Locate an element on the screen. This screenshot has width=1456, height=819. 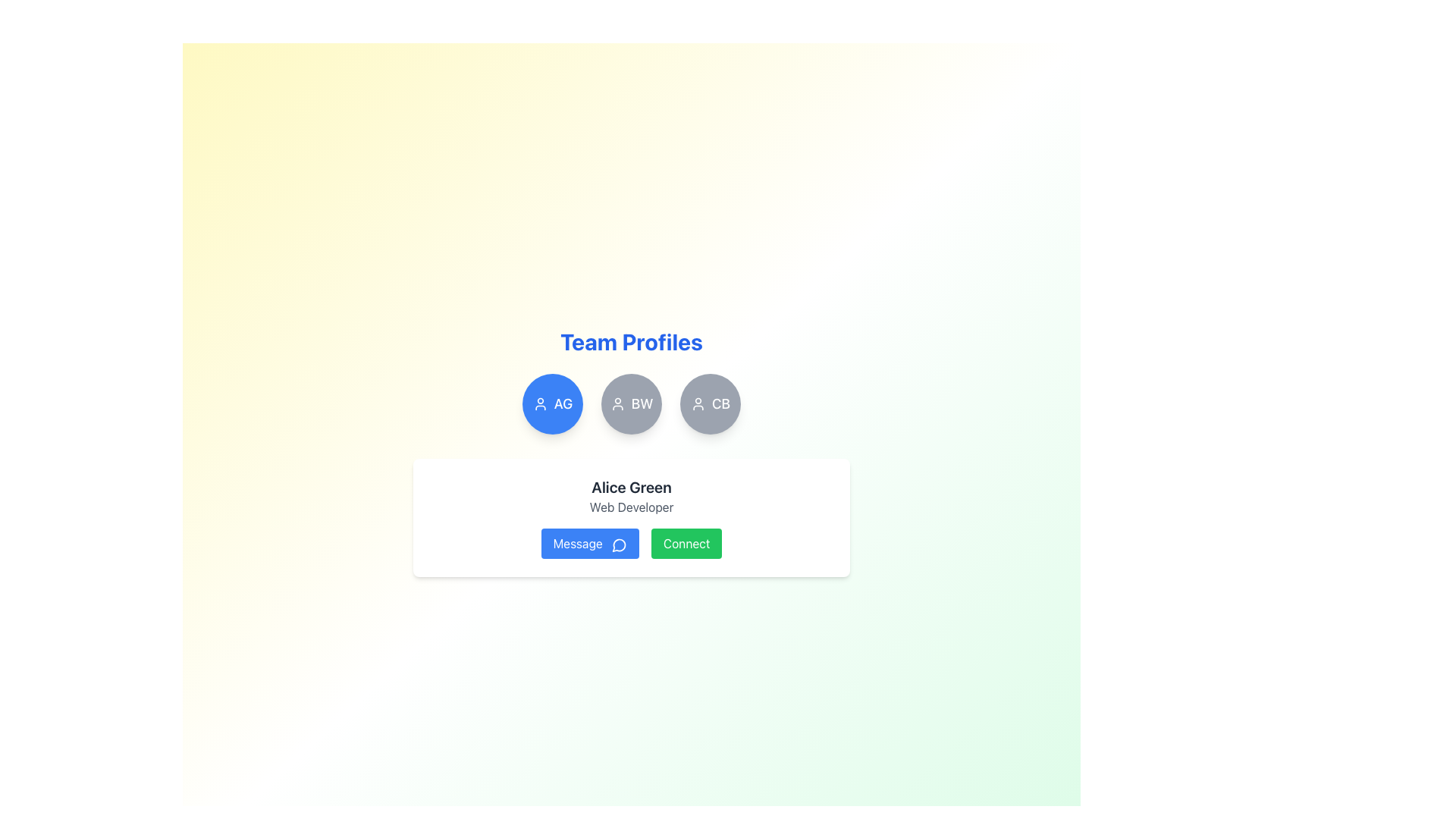
the user avatar icon labeled 'CB' which is the third item from the left in a group of user profile representations under the heading 'Team Profiles' is located at coordinates (697, 403).